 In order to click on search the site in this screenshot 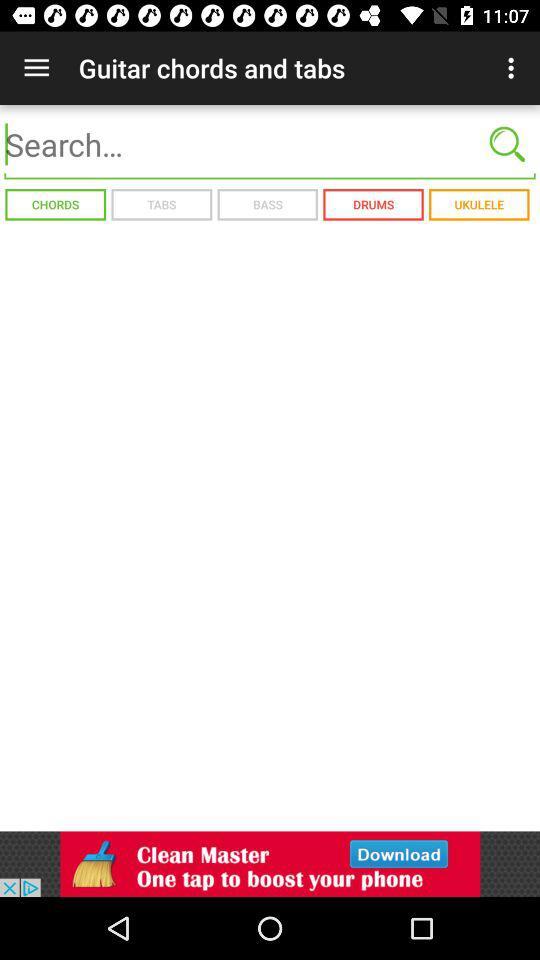, I will do `click(270, 143)`.